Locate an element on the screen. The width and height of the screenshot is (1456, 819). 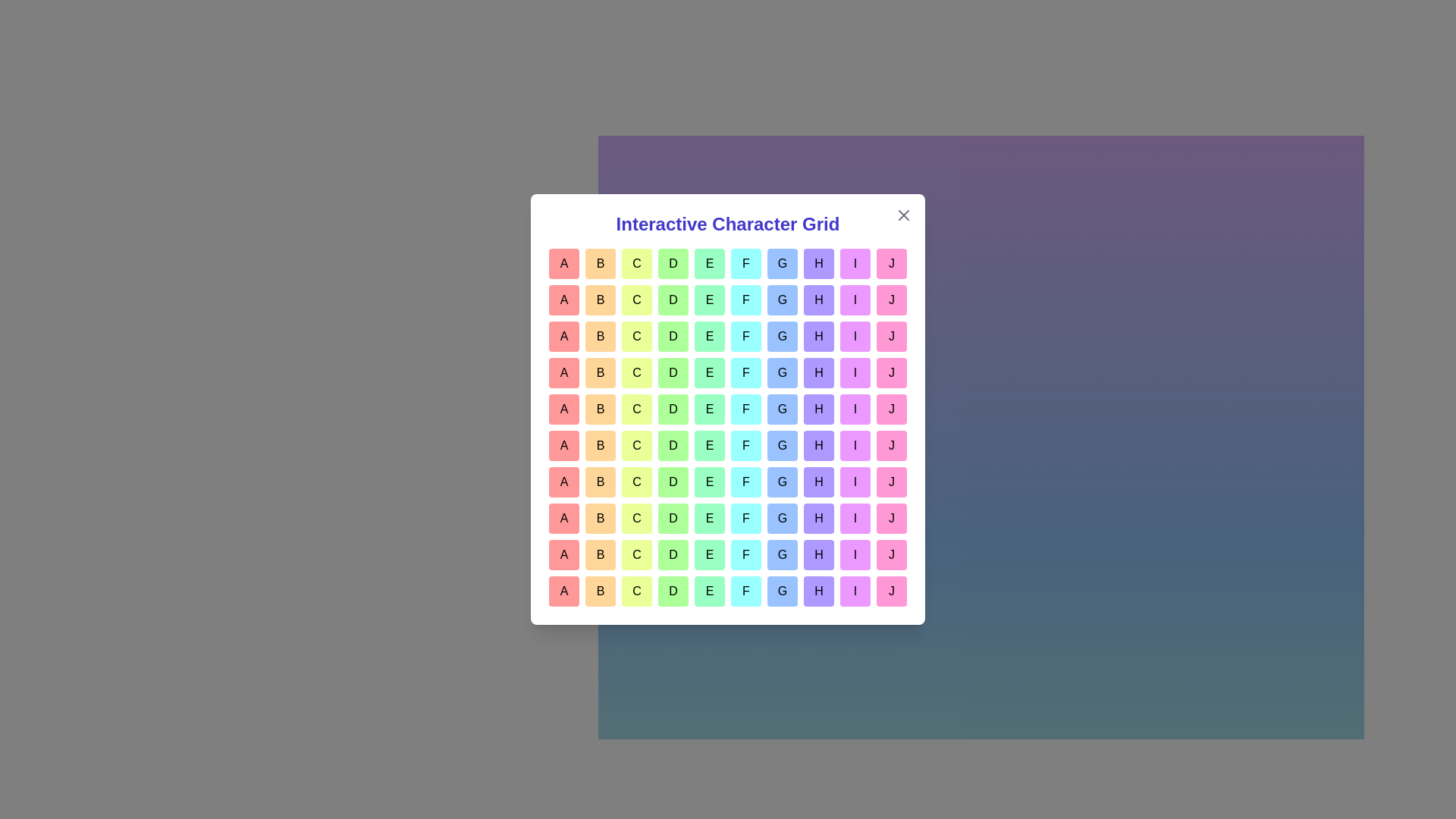
the grid cell labeled G is located at coordinates (783, 262).